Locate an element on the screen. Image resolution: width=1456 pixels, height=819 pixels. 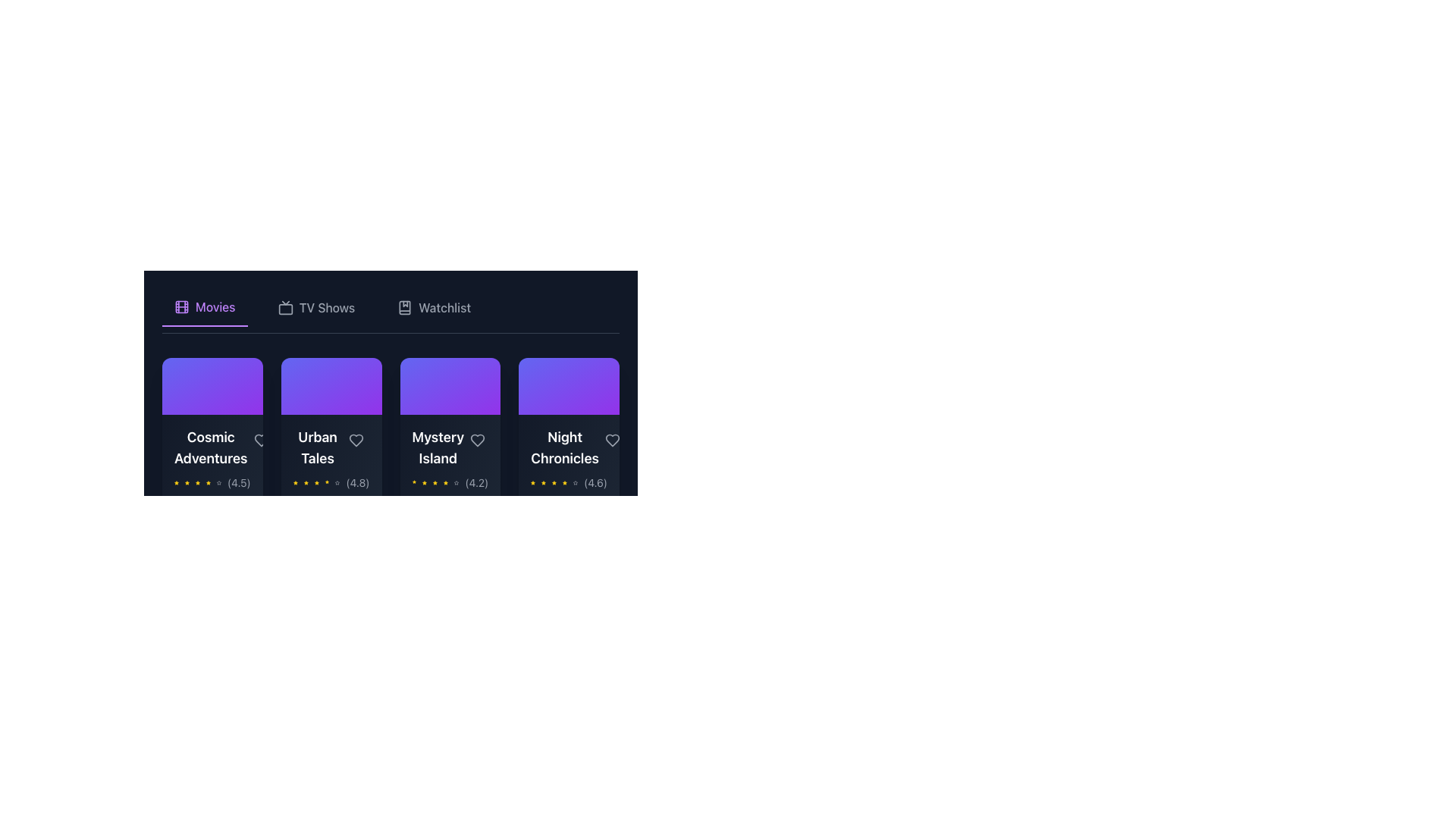
the second star in the row of five stars representing the rating level for the 'Cosmic Adventures' card in the 'Movies' section is located at coordinates (186, 482).